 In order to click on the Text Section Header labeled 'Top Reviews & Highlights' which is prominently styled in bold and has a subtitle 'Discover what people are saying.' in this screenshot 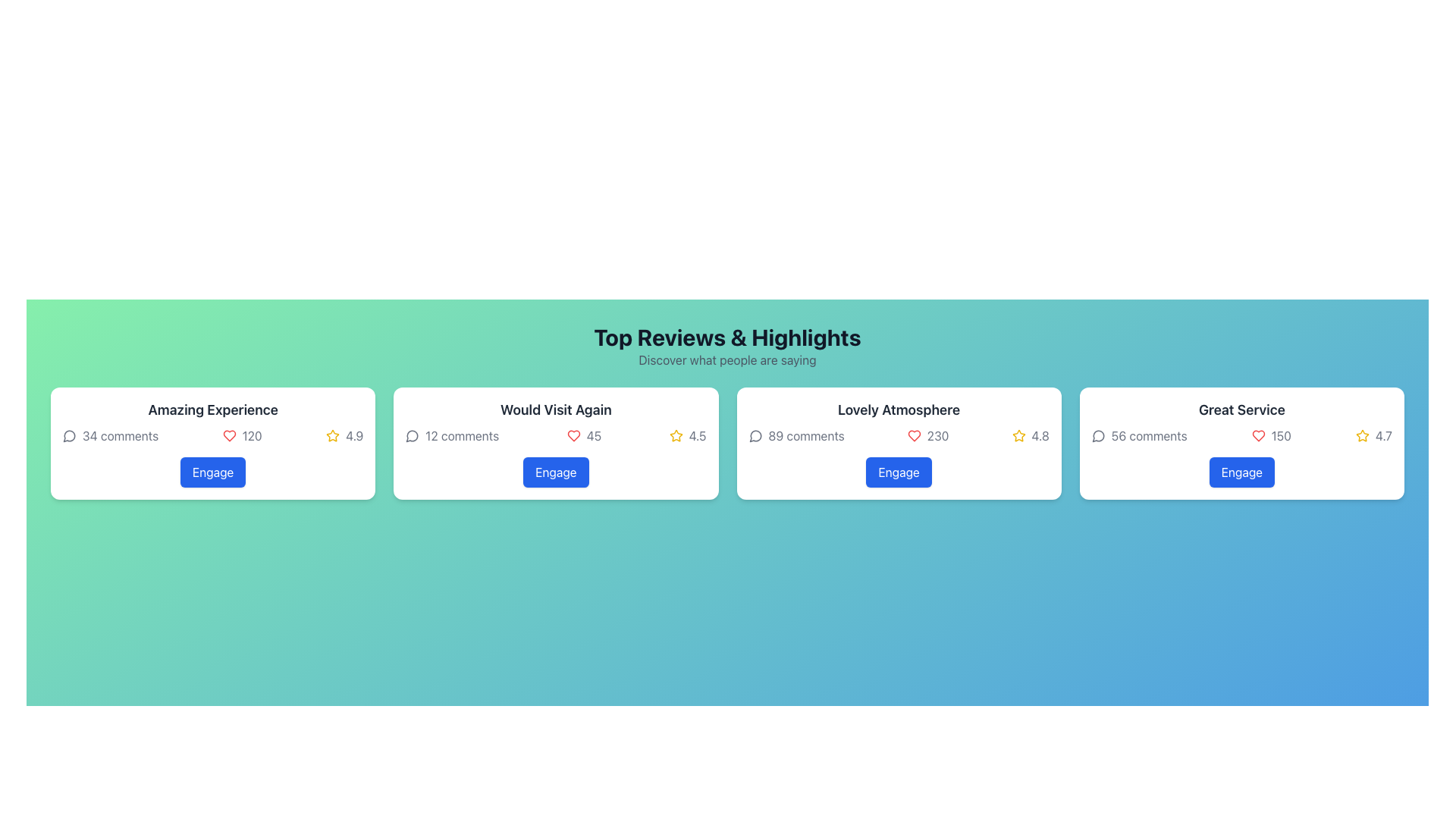, I will do `click(726, 346)`.